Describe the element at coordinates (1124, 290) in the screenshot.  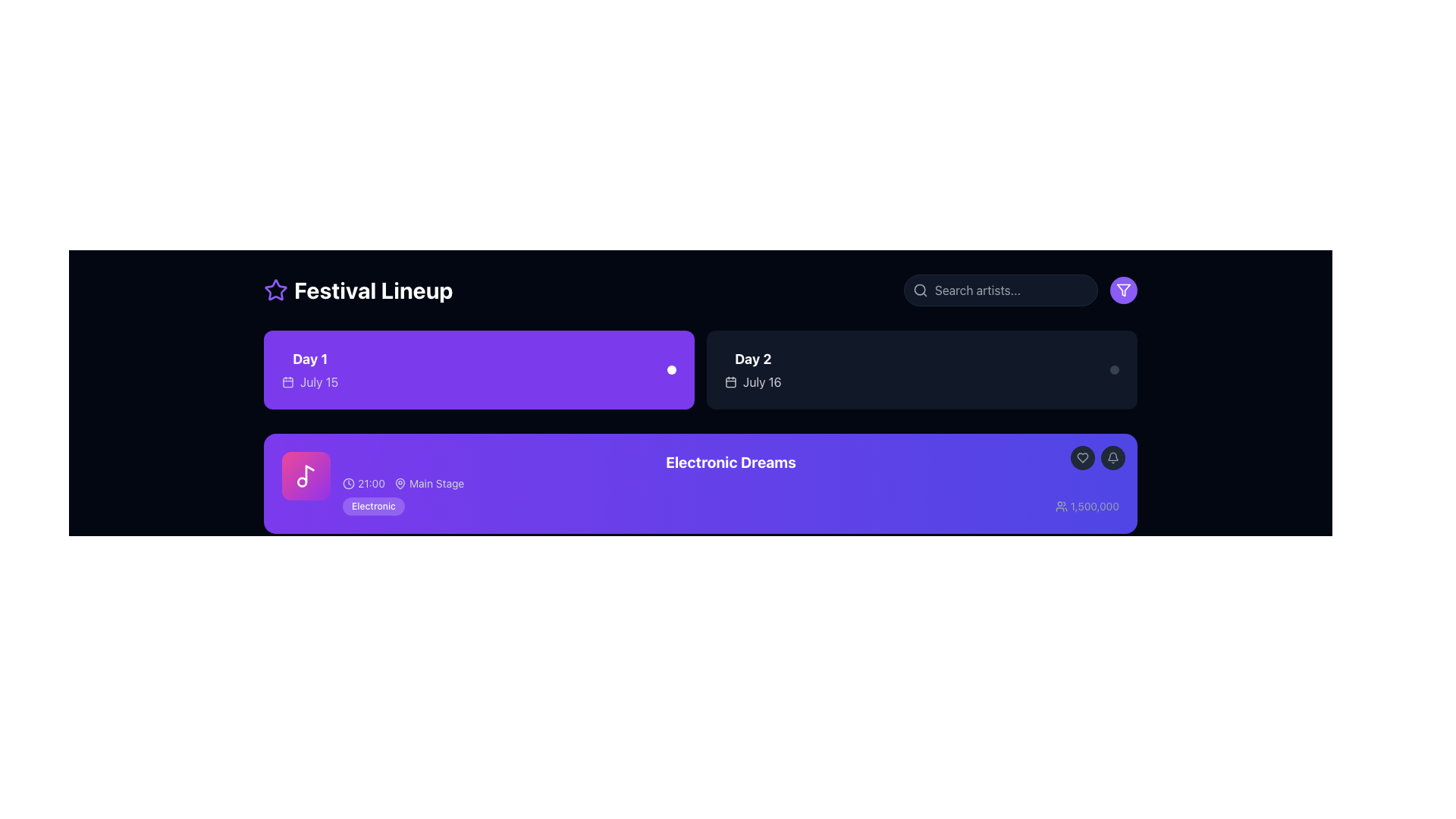
I see `the filter icon button located in the top-right corner of the interface, which is enclosed within a violet circular background` at that location.